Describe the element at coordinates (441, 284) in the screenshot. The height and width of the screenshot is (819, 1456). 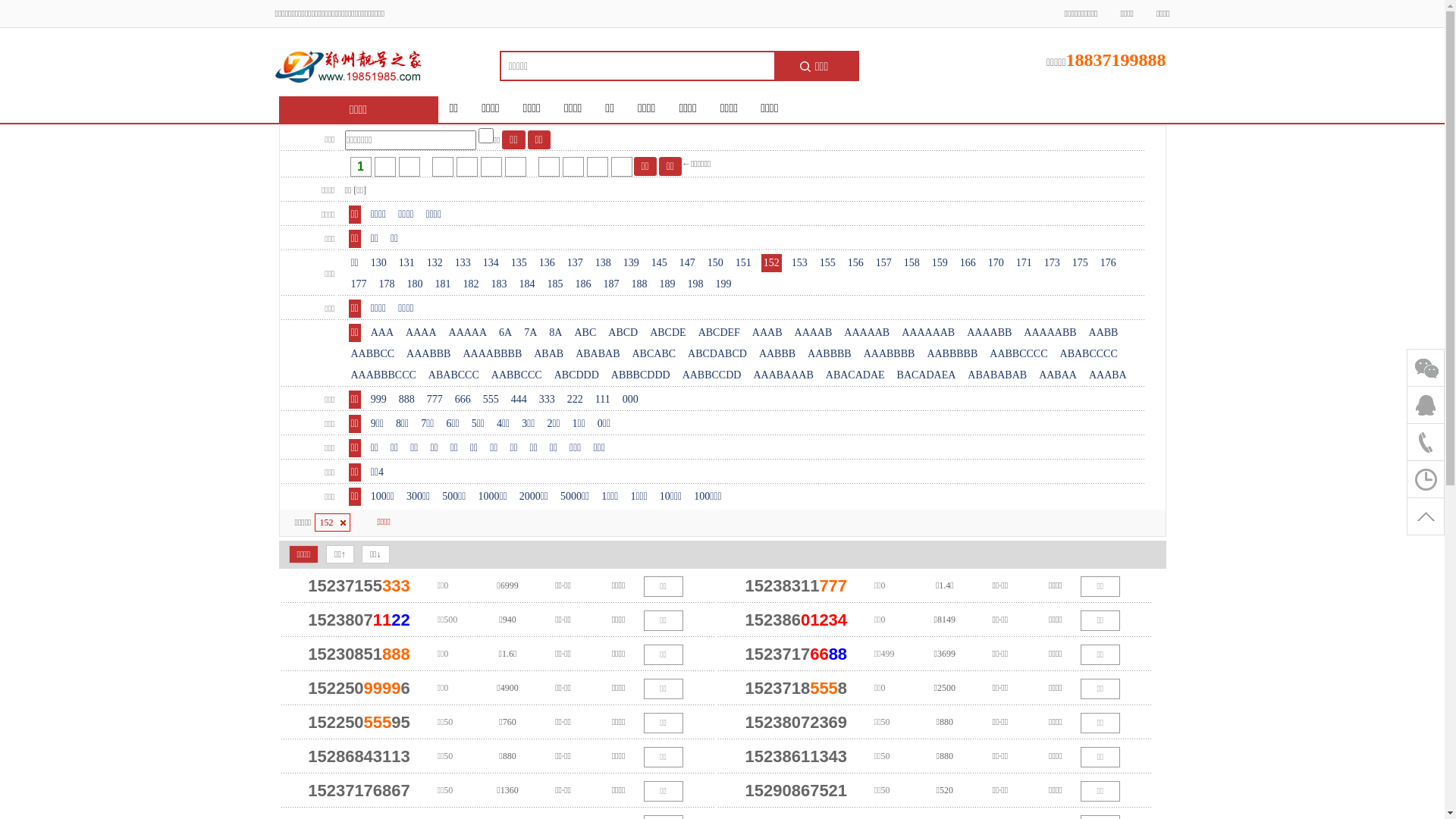
I see `'181'` at that location.